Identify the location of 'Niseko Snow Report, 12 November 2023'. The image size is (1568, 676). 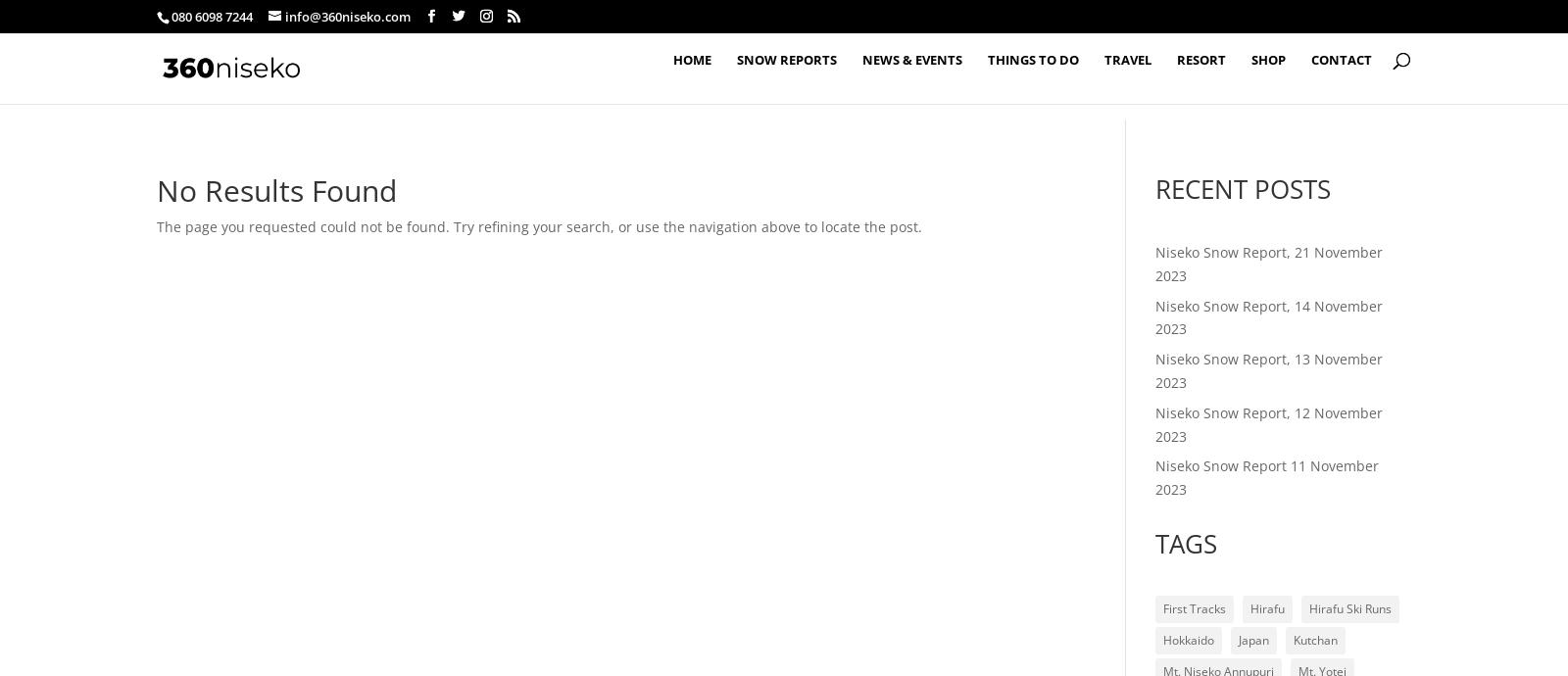
(1266, 423).